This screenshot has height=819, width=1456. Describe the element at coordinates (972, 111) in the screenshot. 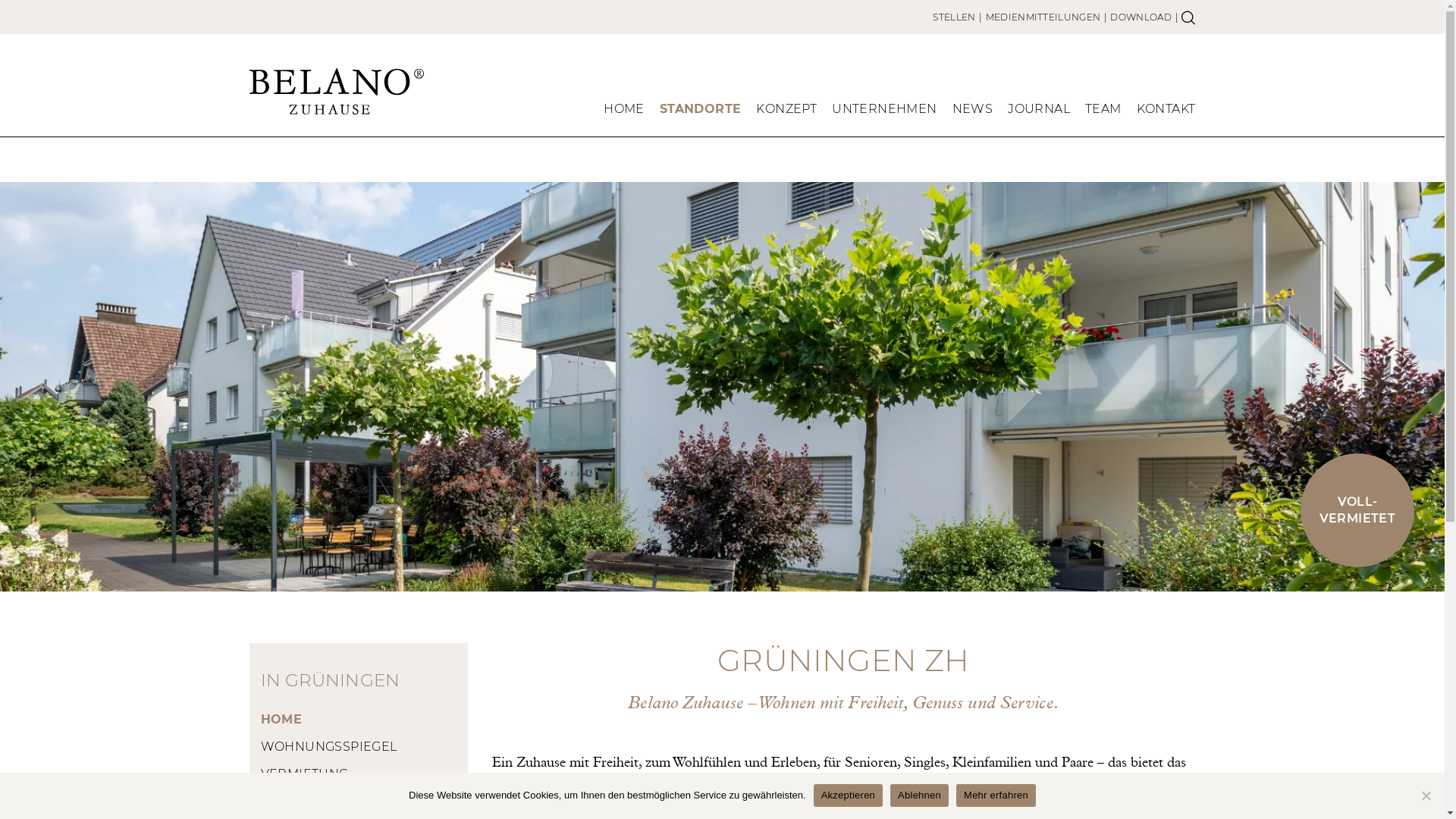

I see `'NEWS'` at that location.